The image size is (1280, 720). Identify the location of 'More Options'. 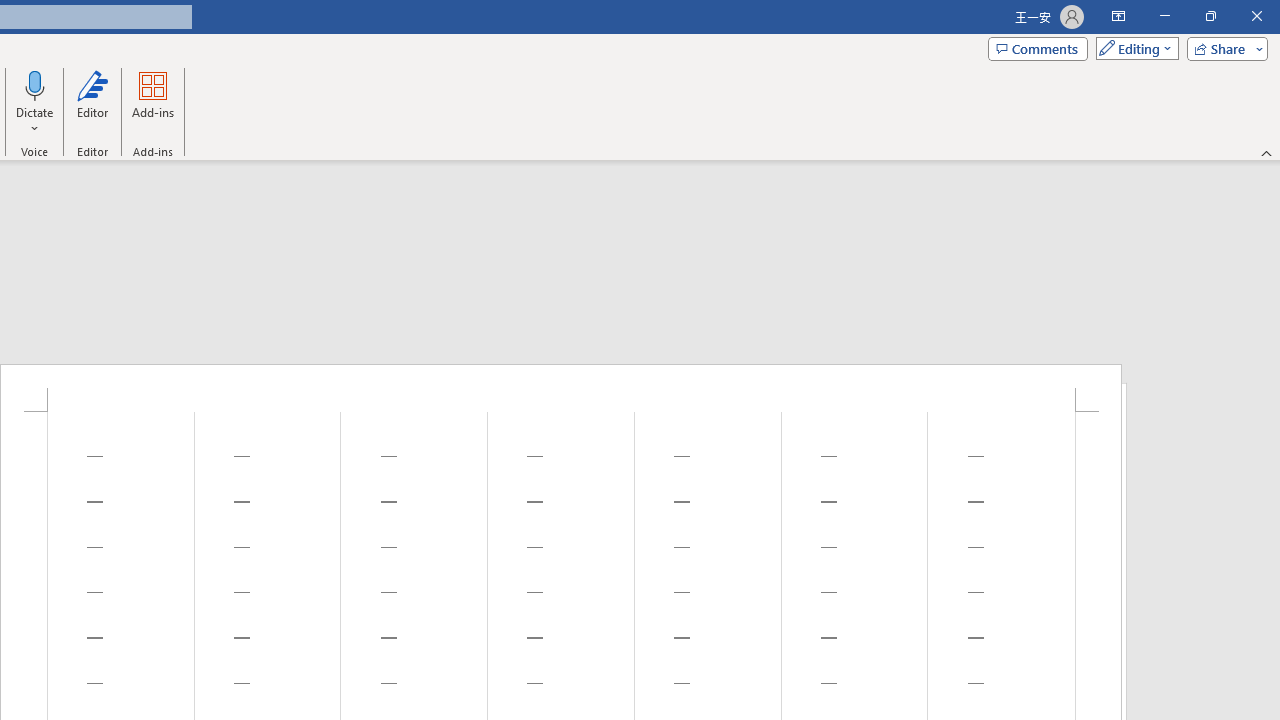
(35, 121).